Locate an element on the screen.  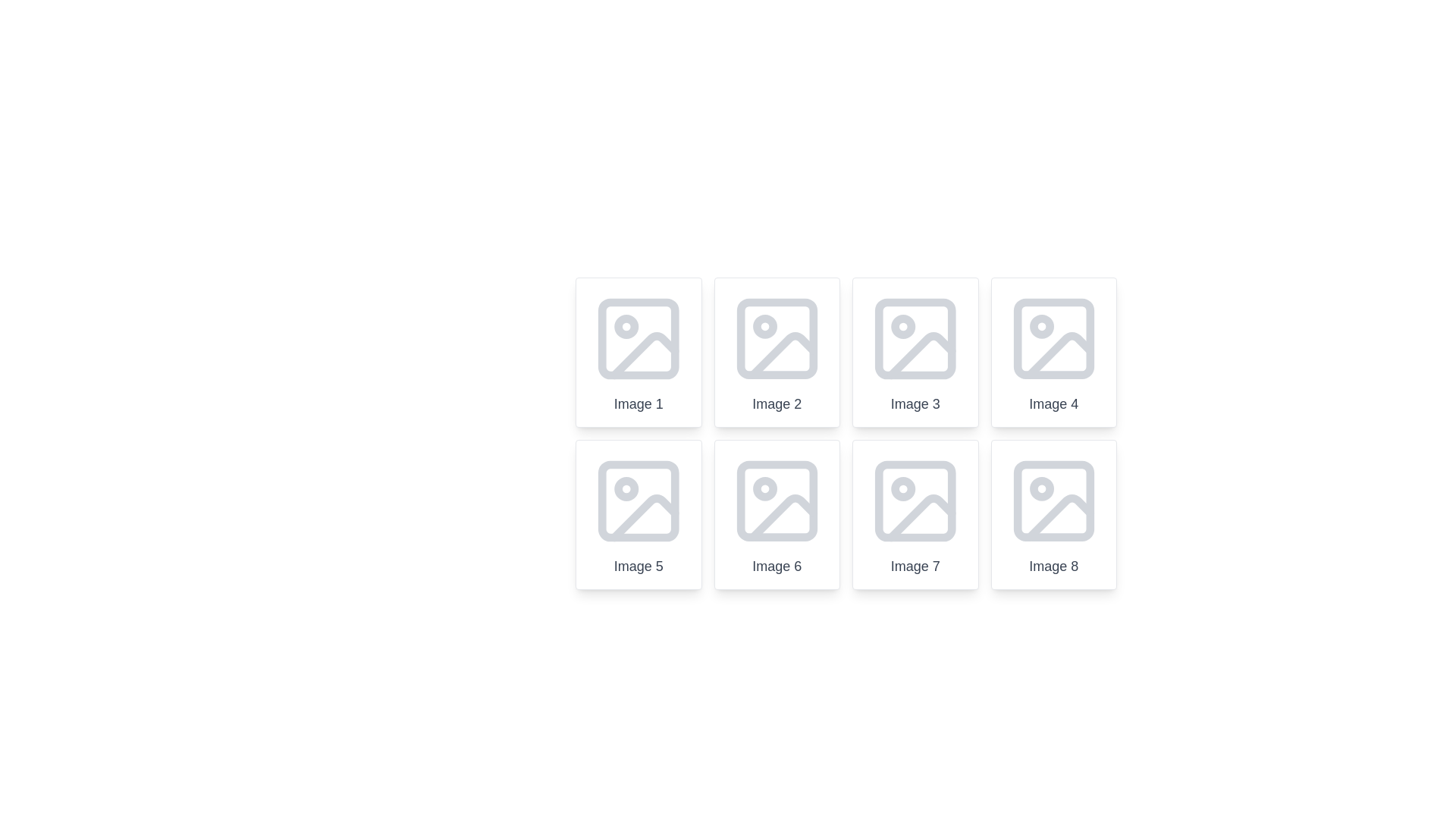
the small circular dot Icon component located within the first image placeholder labeled 'Image 1', positioned near the top-left corner of the placeholder is located at coordinates (626, 326).